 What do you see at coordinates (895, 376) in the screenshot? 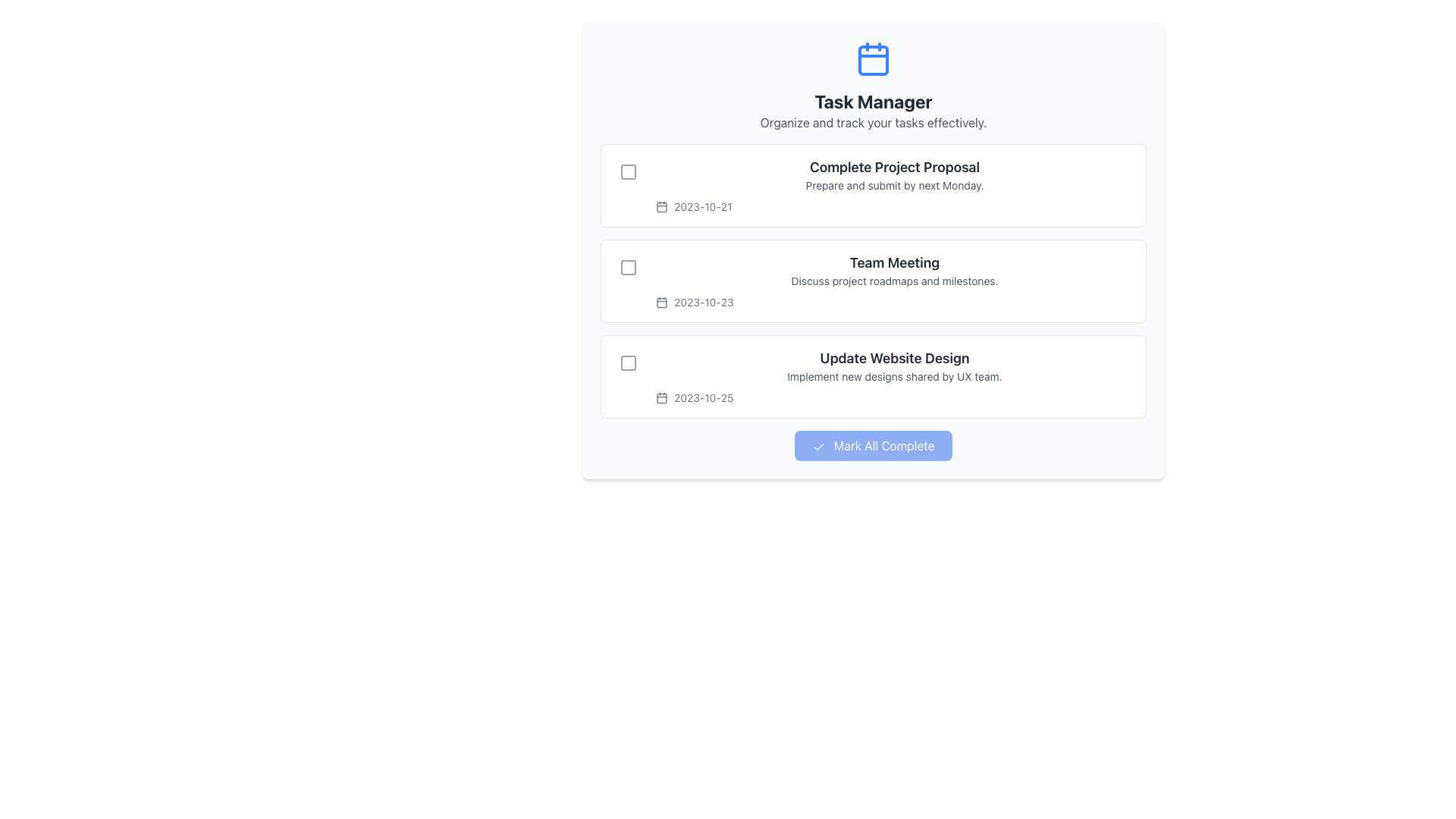
I see `static text label providing details about the task 'Update Website Design', which is positioned below the title and above the date label in the central card layout` at bounding box center [895, 376].